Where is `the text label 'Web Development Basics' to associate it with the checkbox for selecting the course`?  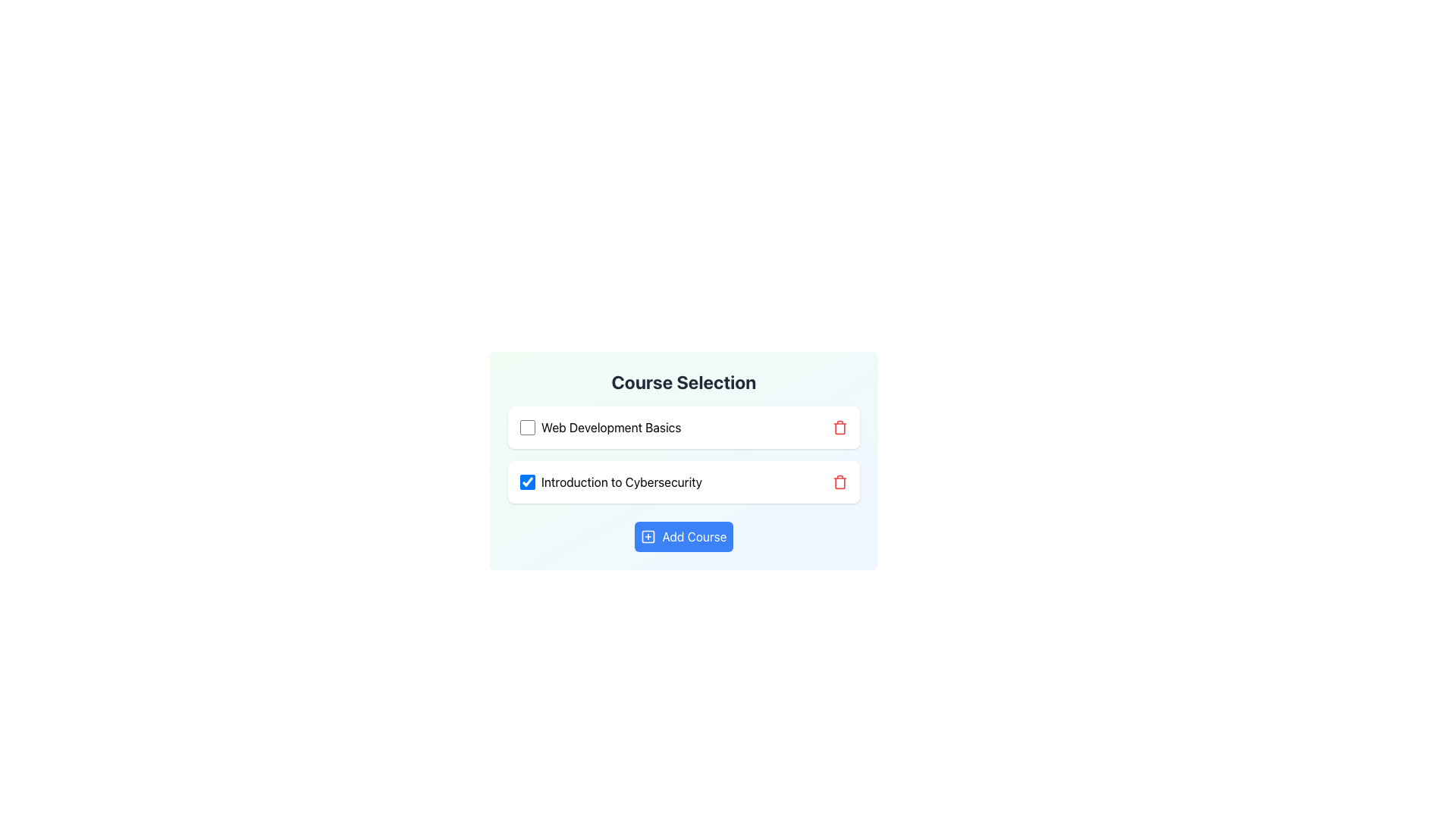
the text label 'Web Development Basics' to associate it with the checkbox for selecting the course is located at coordinates (611, 427).